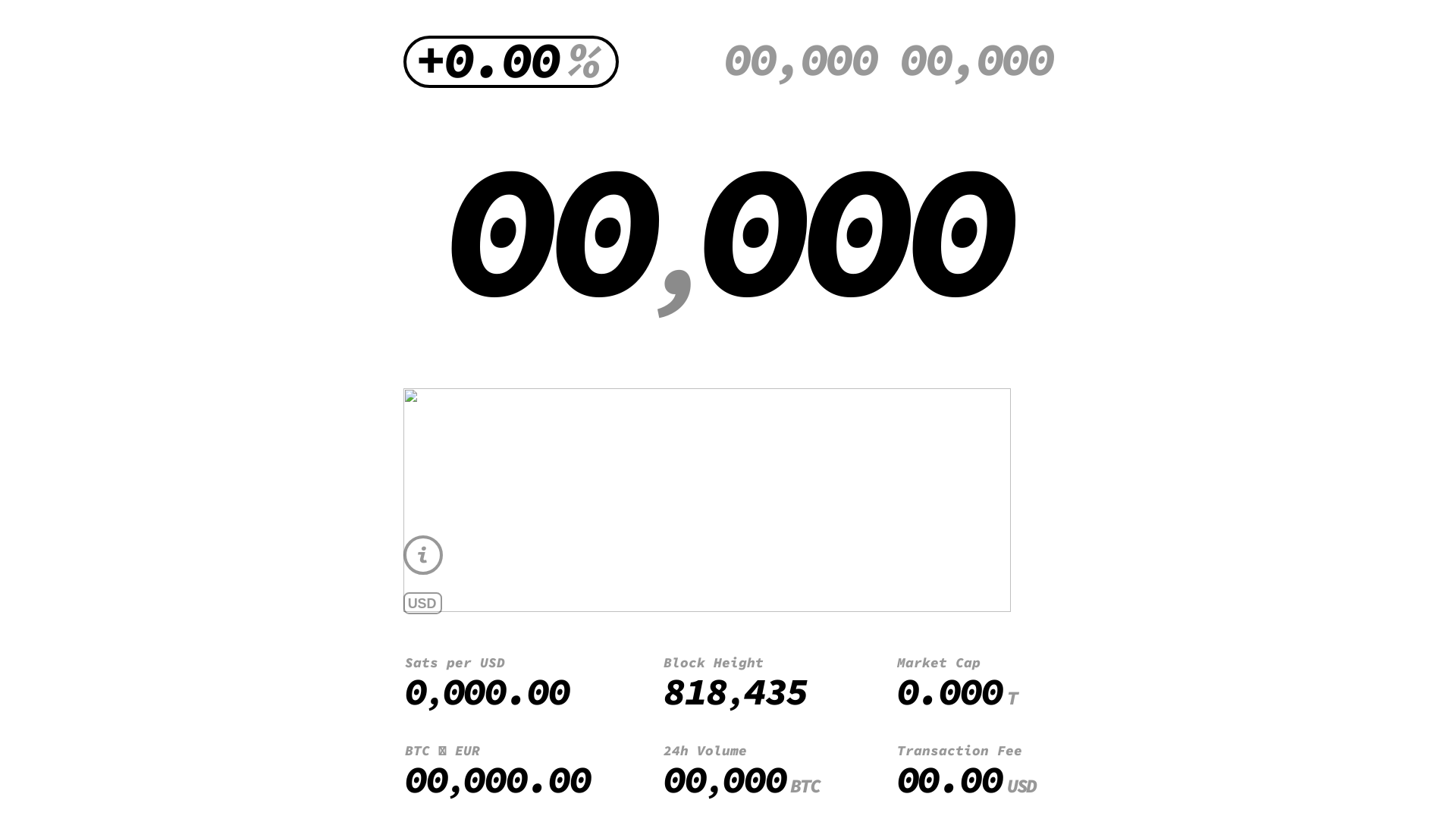 The width and height of the screenshot is (1456, 819). Describe the element at coordinates (422, 555) in the screenshot. I see `'i'` at that location.